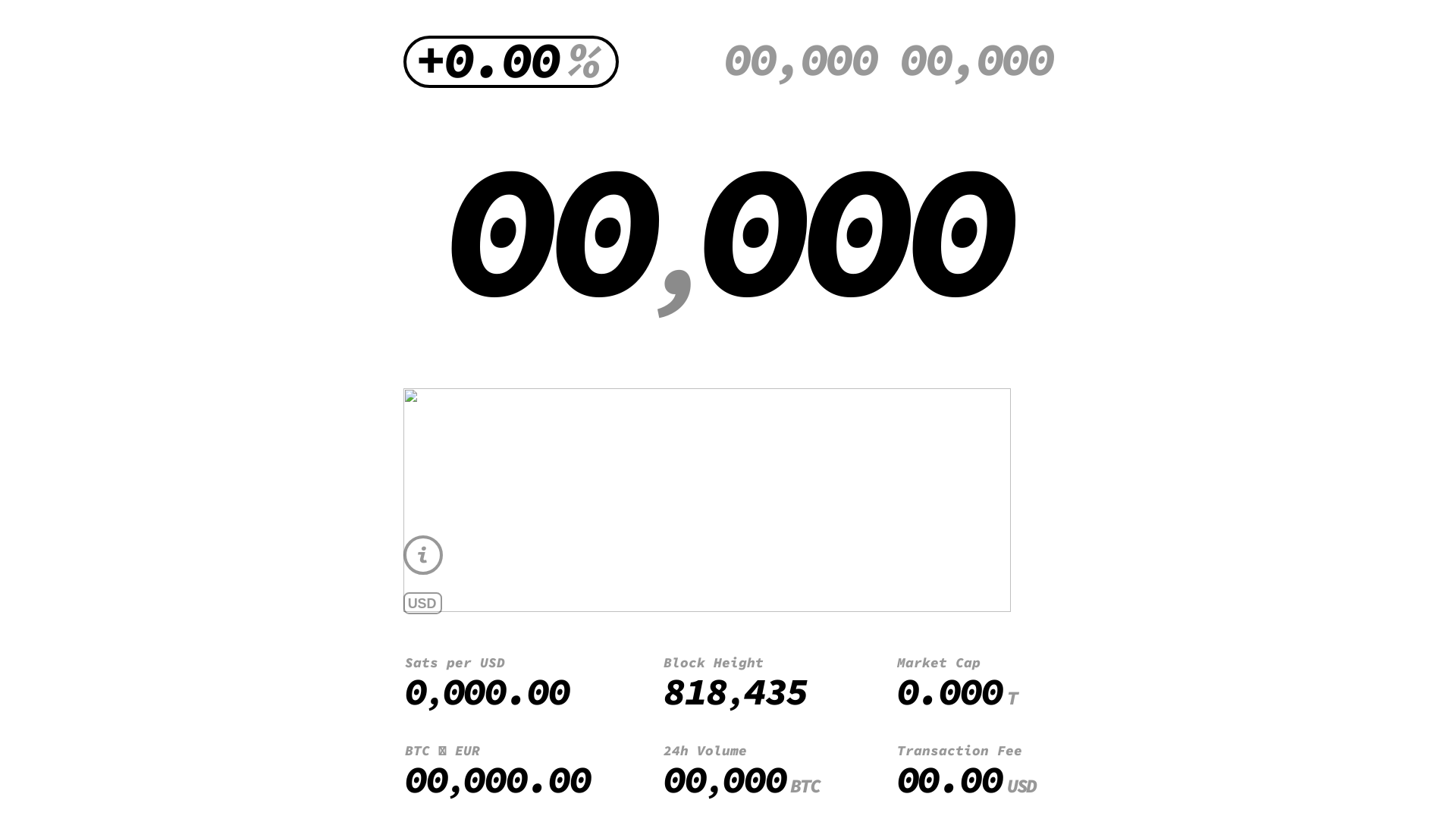 The width and height of the screenshot is (1456, 819). Describe the element at coordinates (422, 555) in the screenshot. I see `'i'` at that location.